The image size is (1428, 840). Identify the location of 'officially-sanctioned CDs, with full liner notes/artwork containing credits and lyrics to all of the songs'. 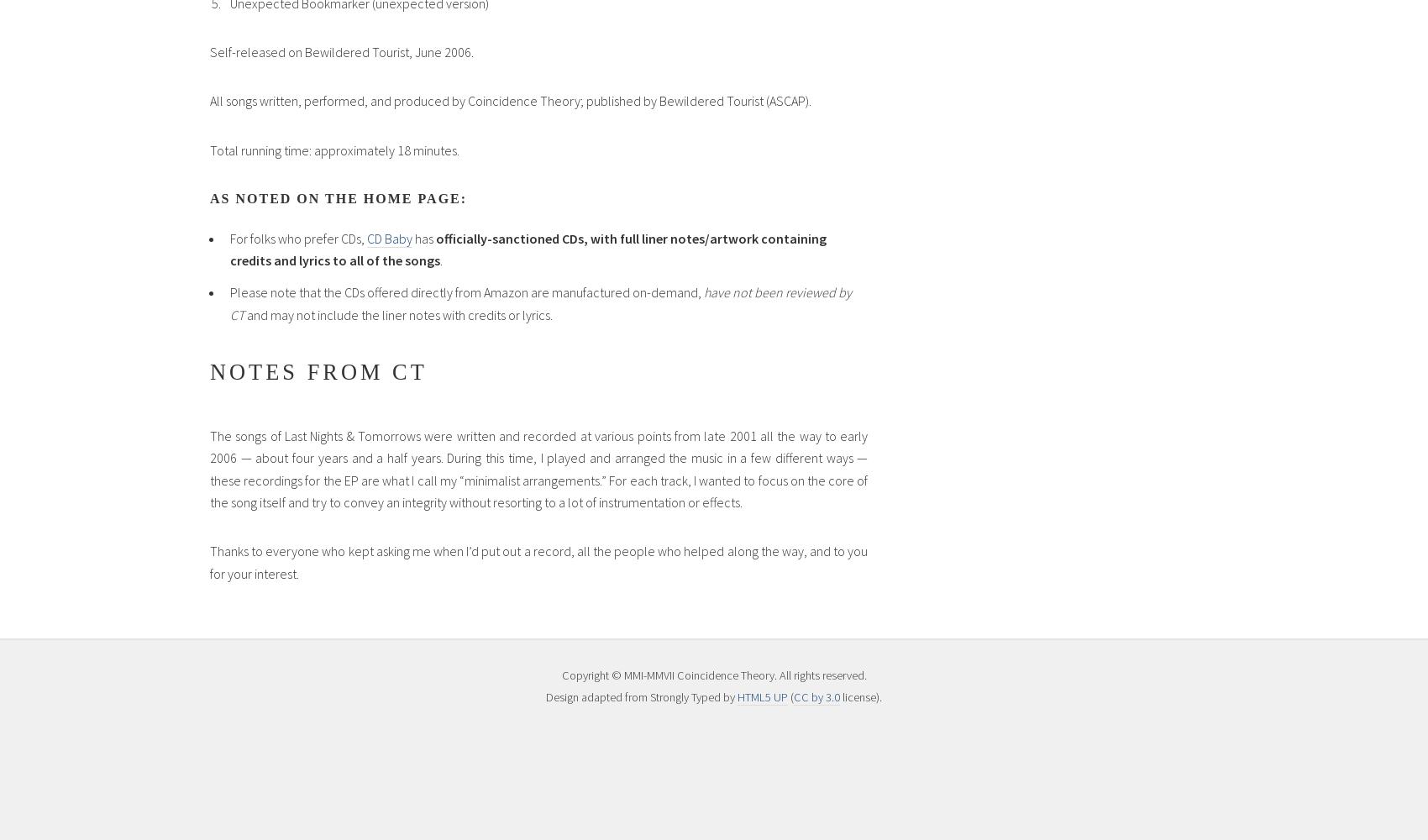
(528, 249).